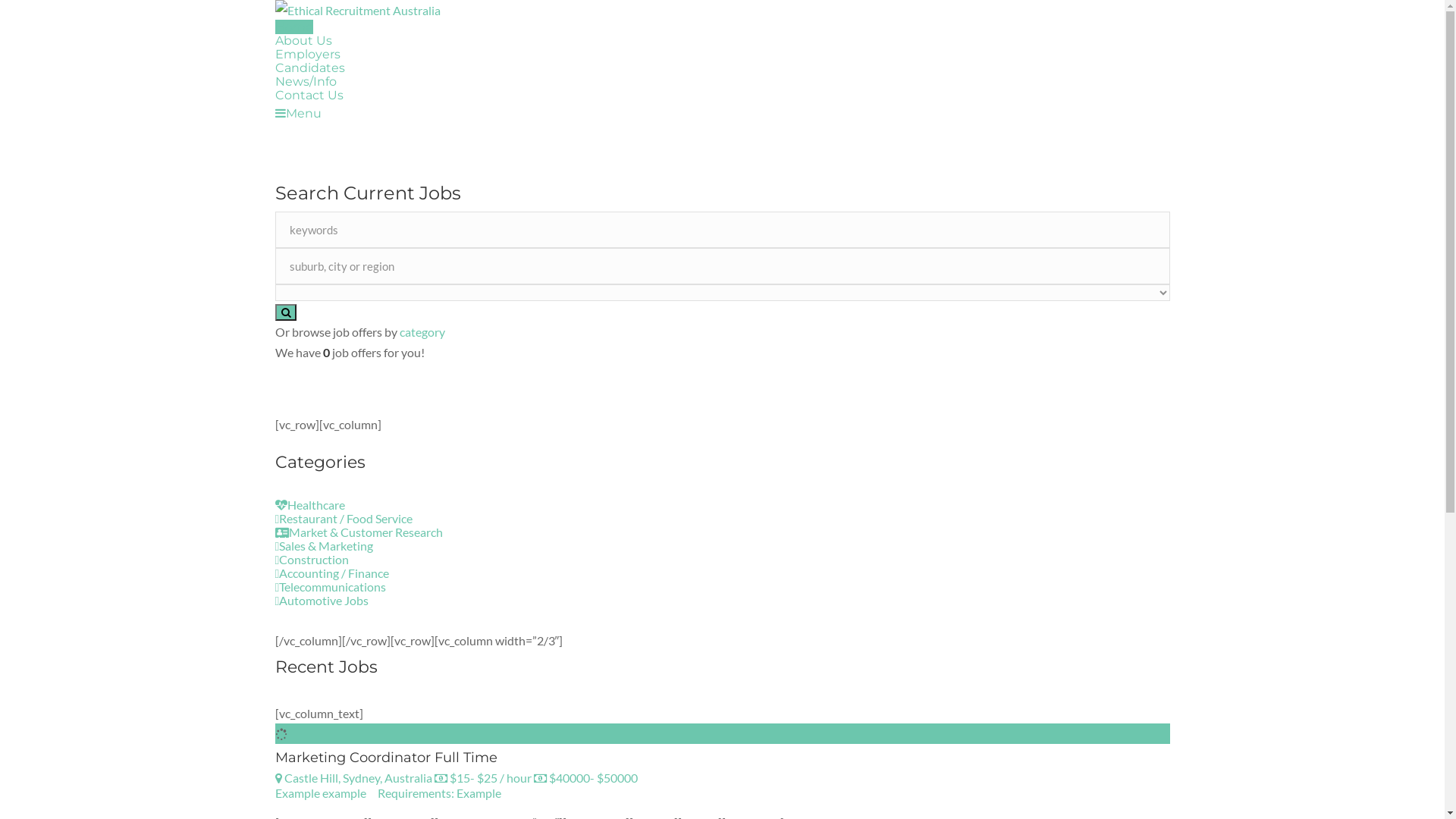  What do you see at coordinates (303, 39) in the screenshot?
I see `'About Us'` at bounding box center [303, 39].